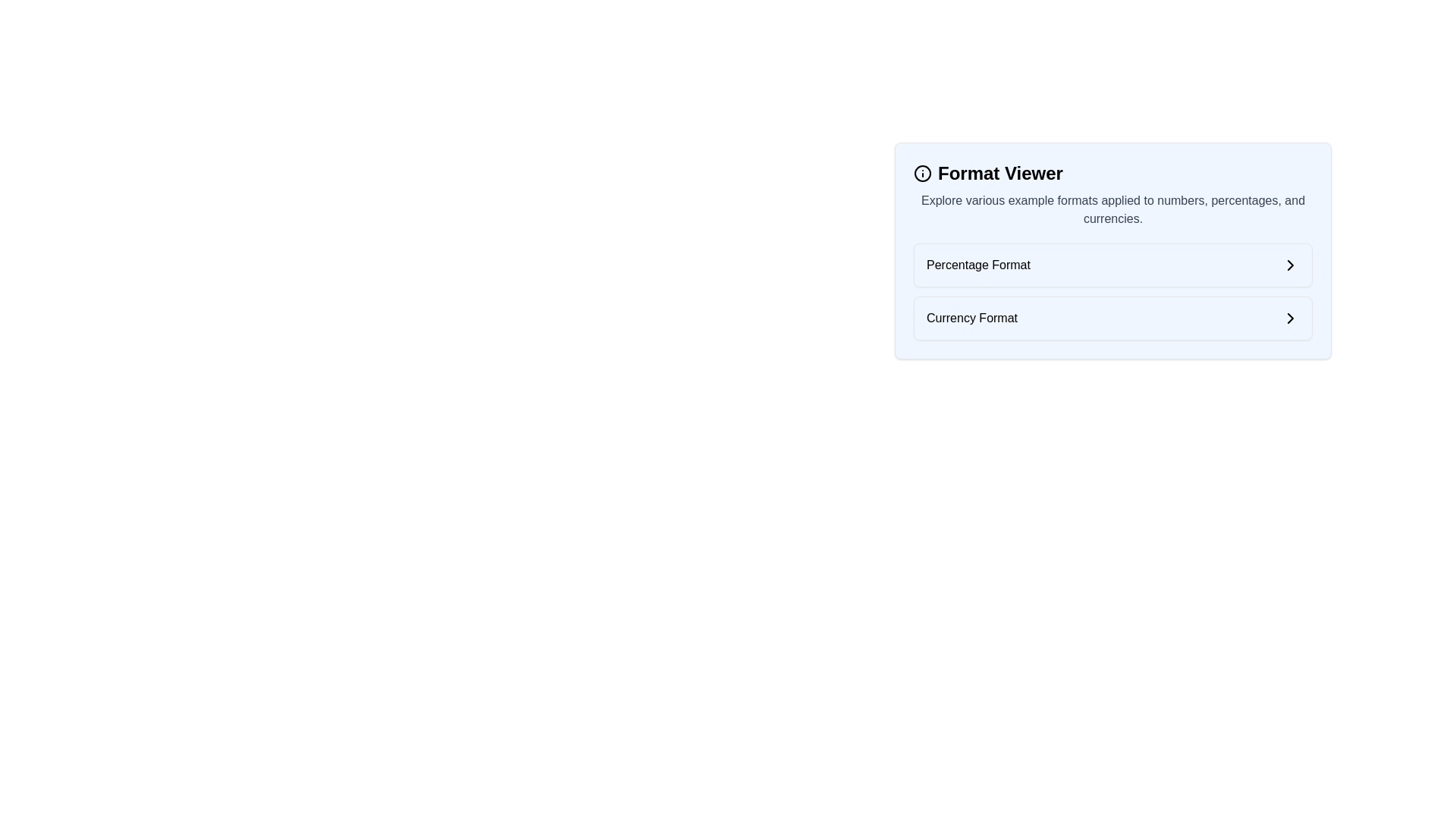  I want to click on the 'Currency Format' label, which is styled in a medium-sized font and is positioned below the 'Percentage Format' text in the 'Format Viewer' card section, so click(971, 318).